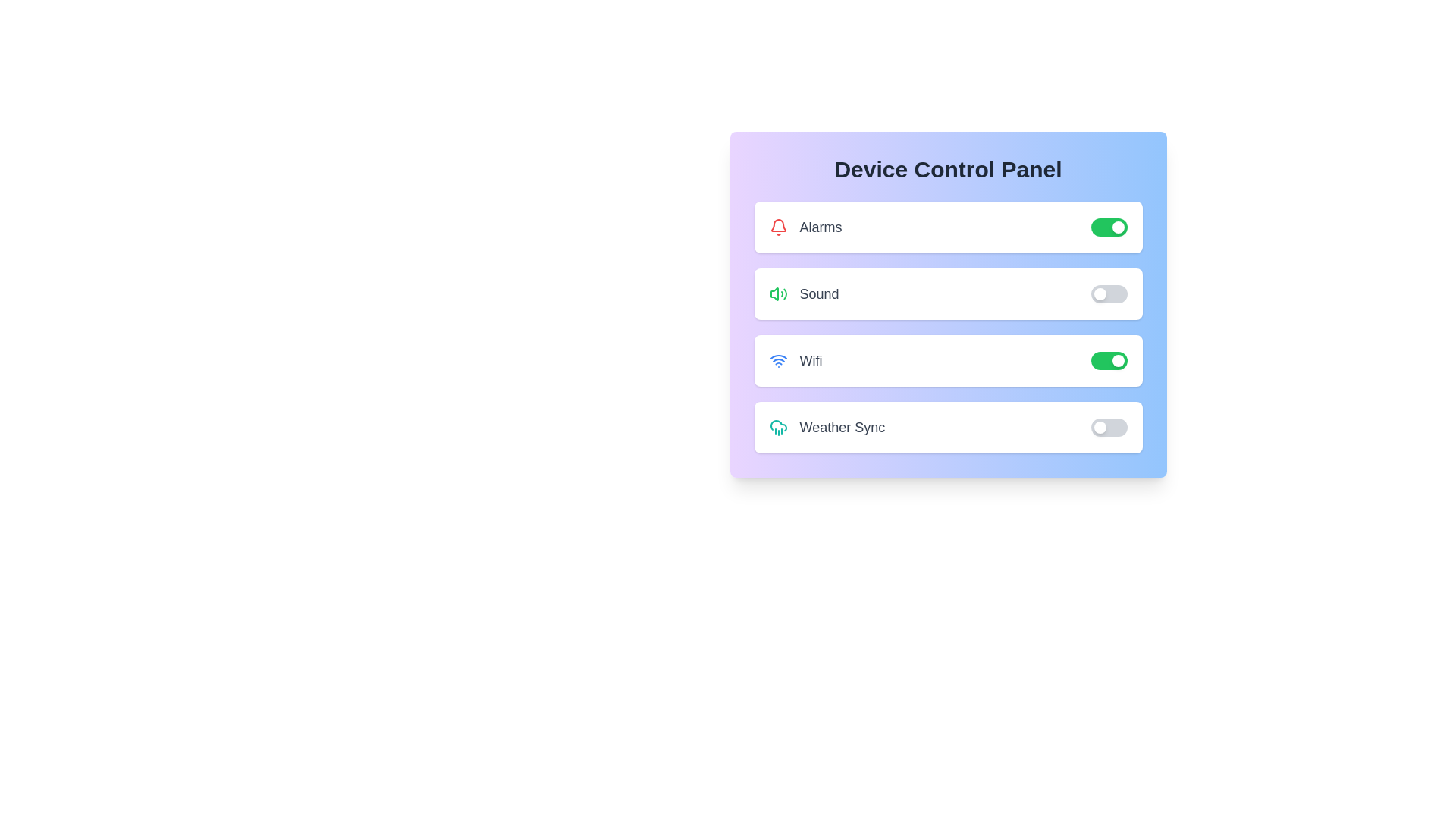  What do you see at coordinates (1109, 427) in the screenshot?
I see `the 'Weather Sync' toggle switch to change its state` at bounding box center [1109, 427].